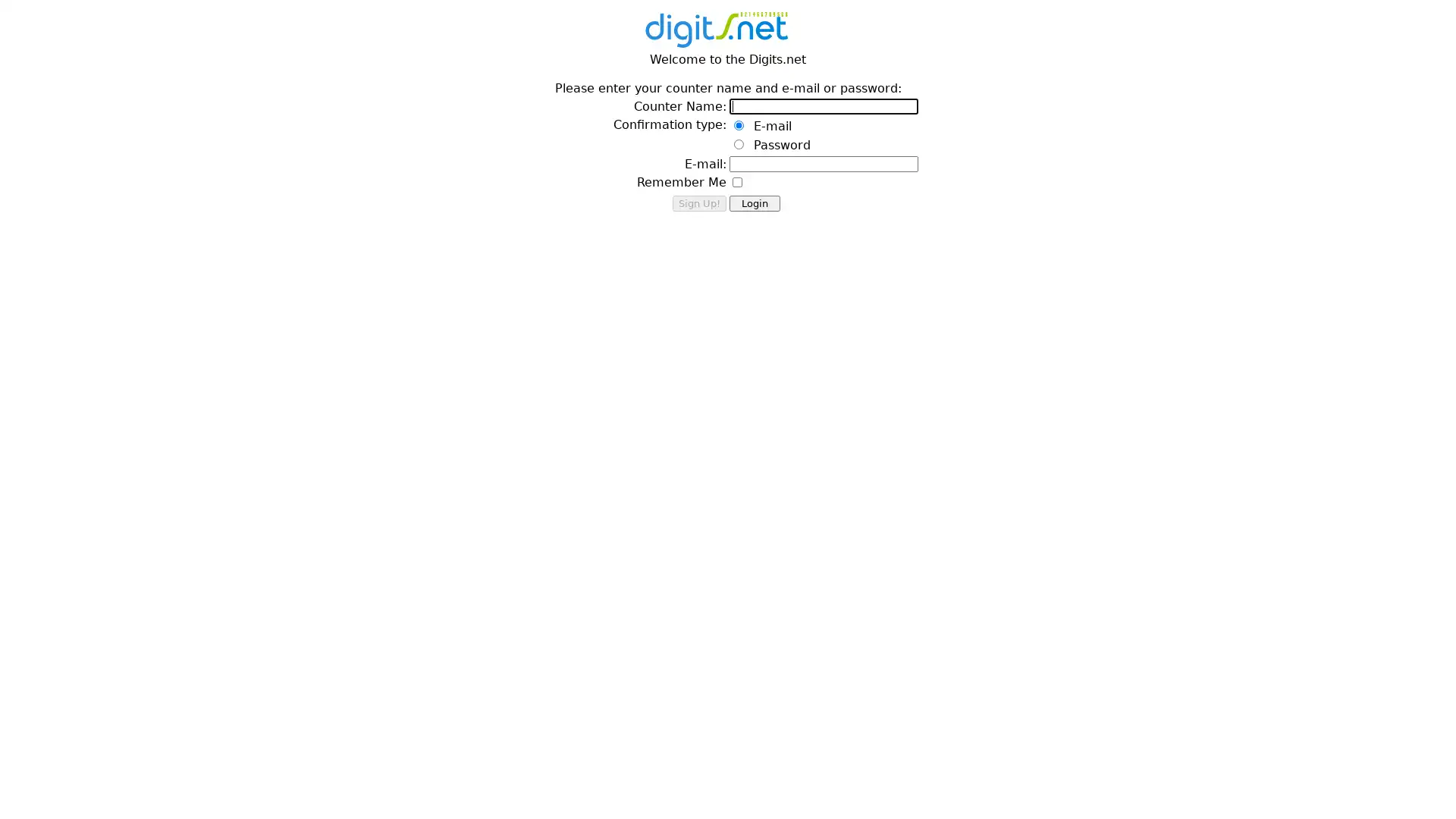 Image resolution: width=1456 pixels, height=819 pixels. Describe the element at coordinates (698, 202) in the screenshot. I see `Sign Up!` at that location.